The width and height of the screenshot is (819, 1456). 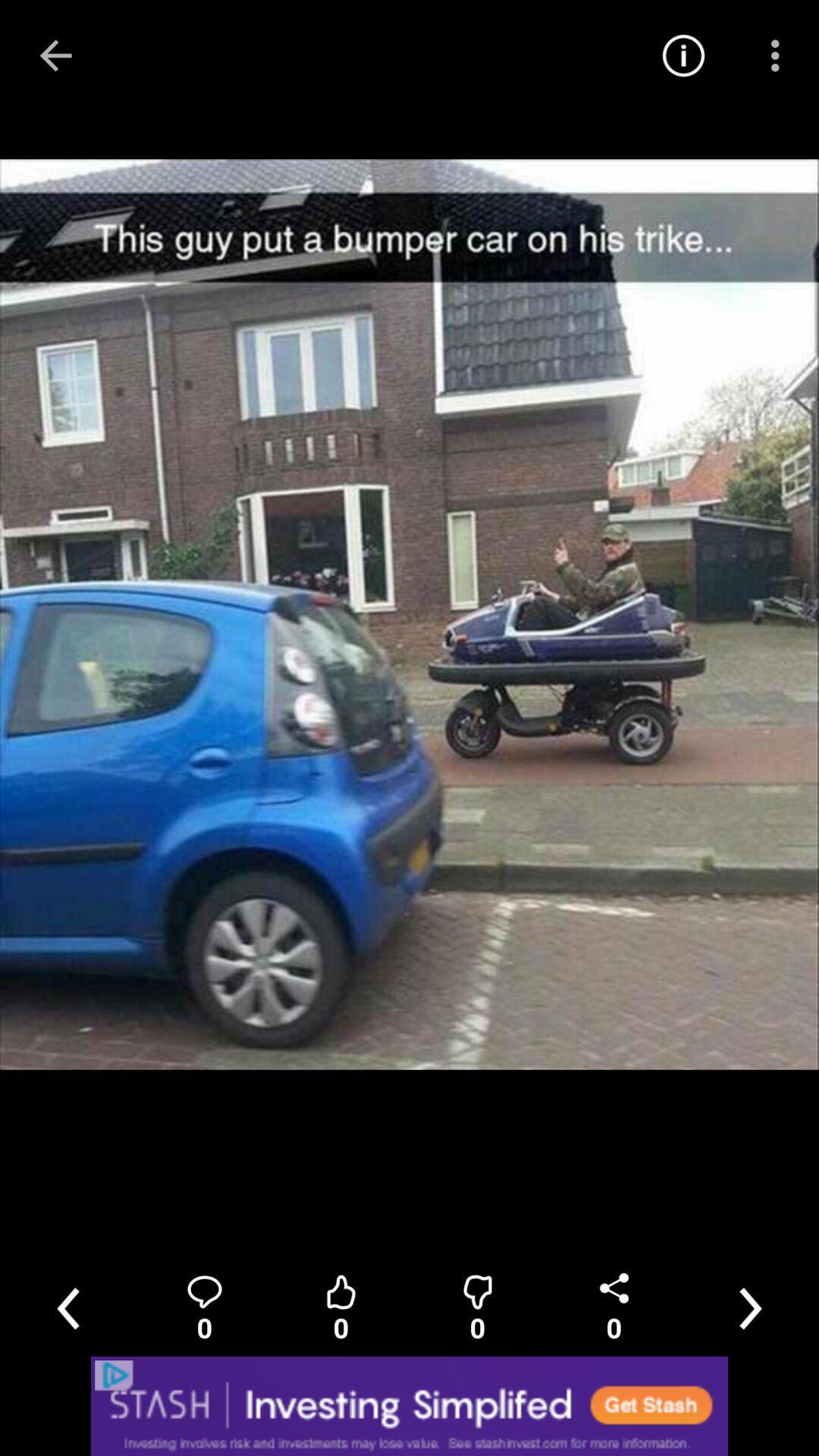 I want to click on the arrow_backward icon, so click(x=67, y=1307).